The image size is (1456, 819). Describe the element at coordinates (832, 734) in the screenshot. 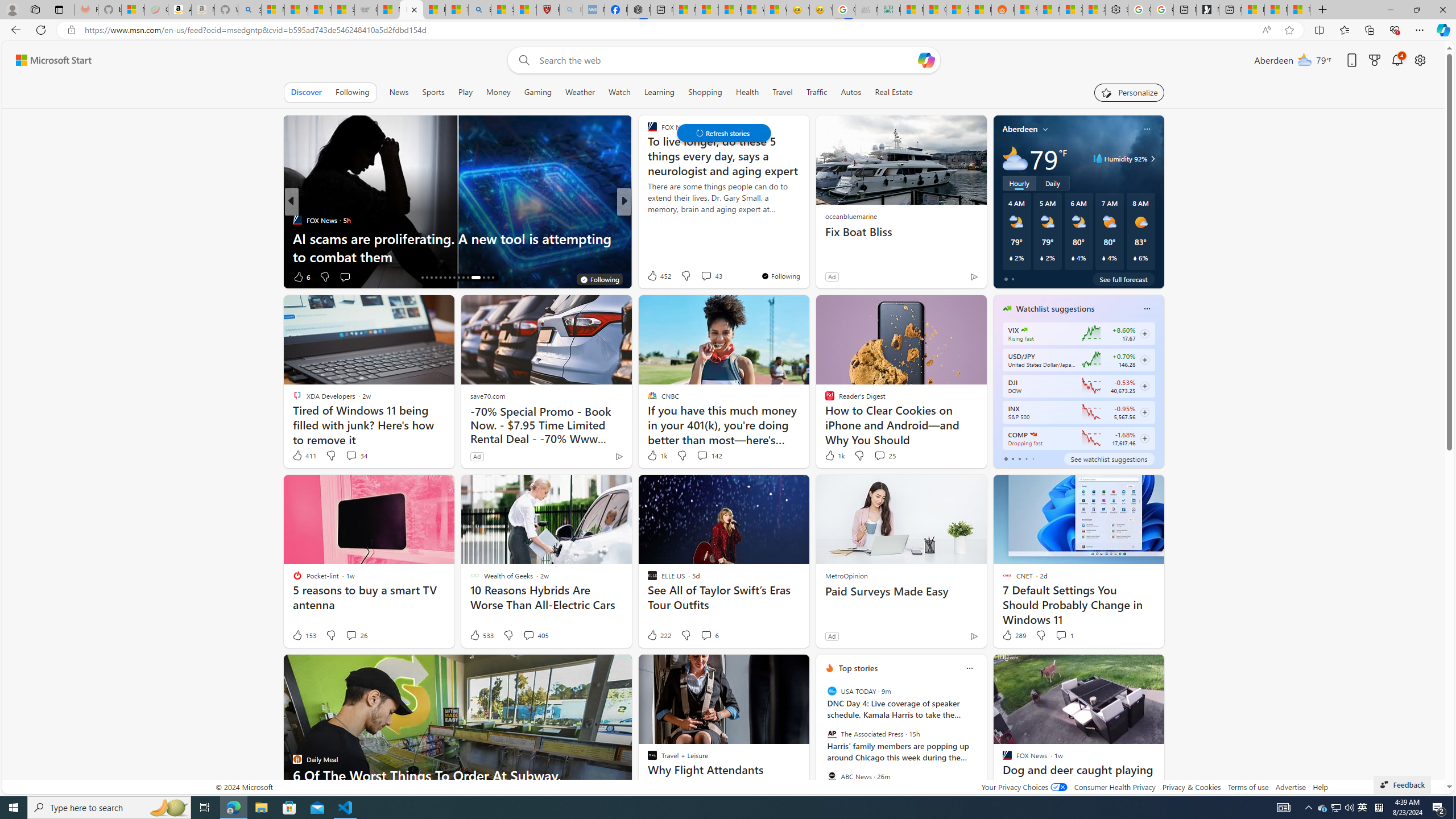

I see `'The Associated Press'` at that location.